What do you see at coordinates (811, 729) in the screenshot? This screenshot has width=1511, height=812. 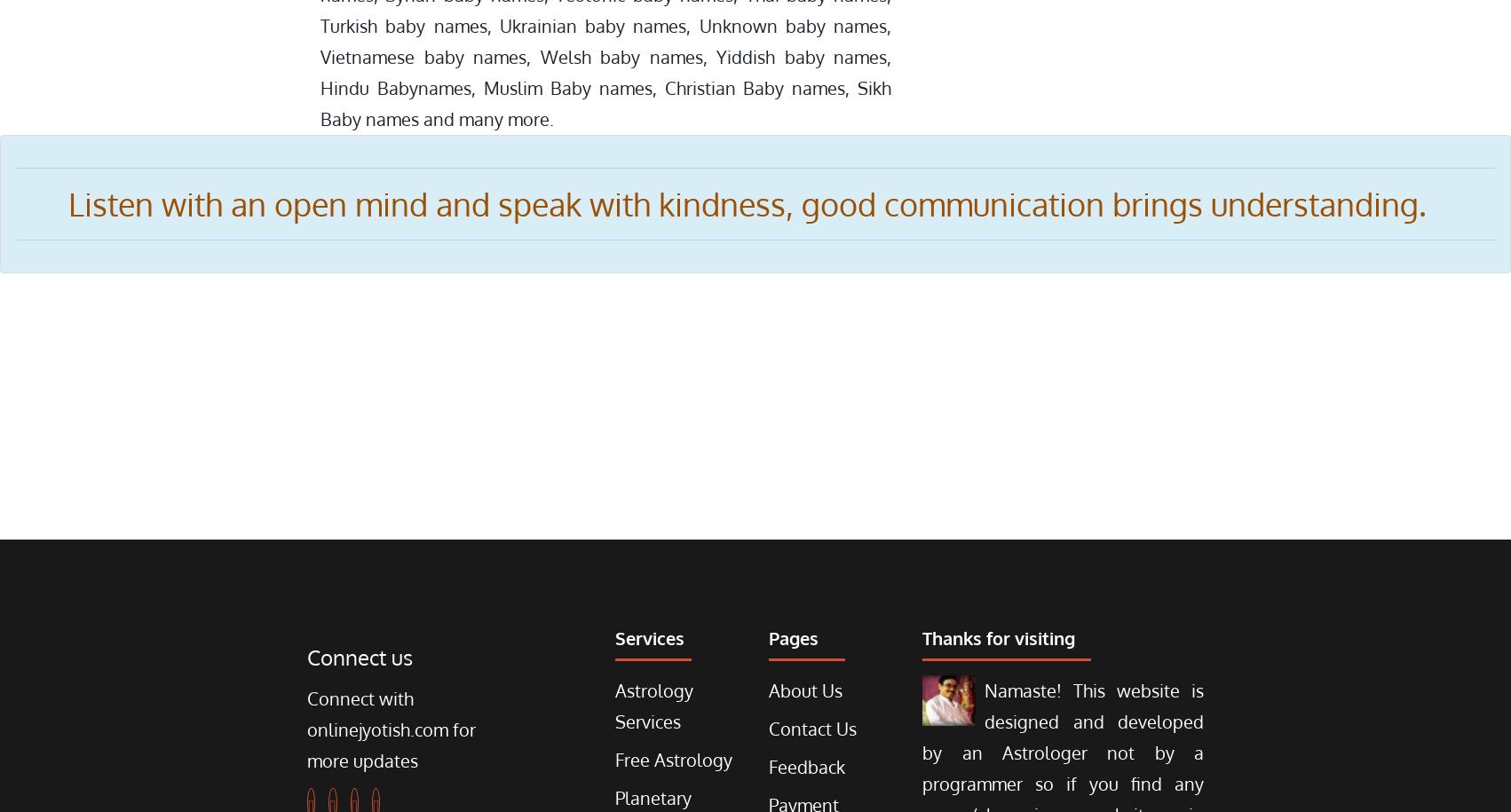 I see `'Contact Us'` at bounding box center [811, 729].